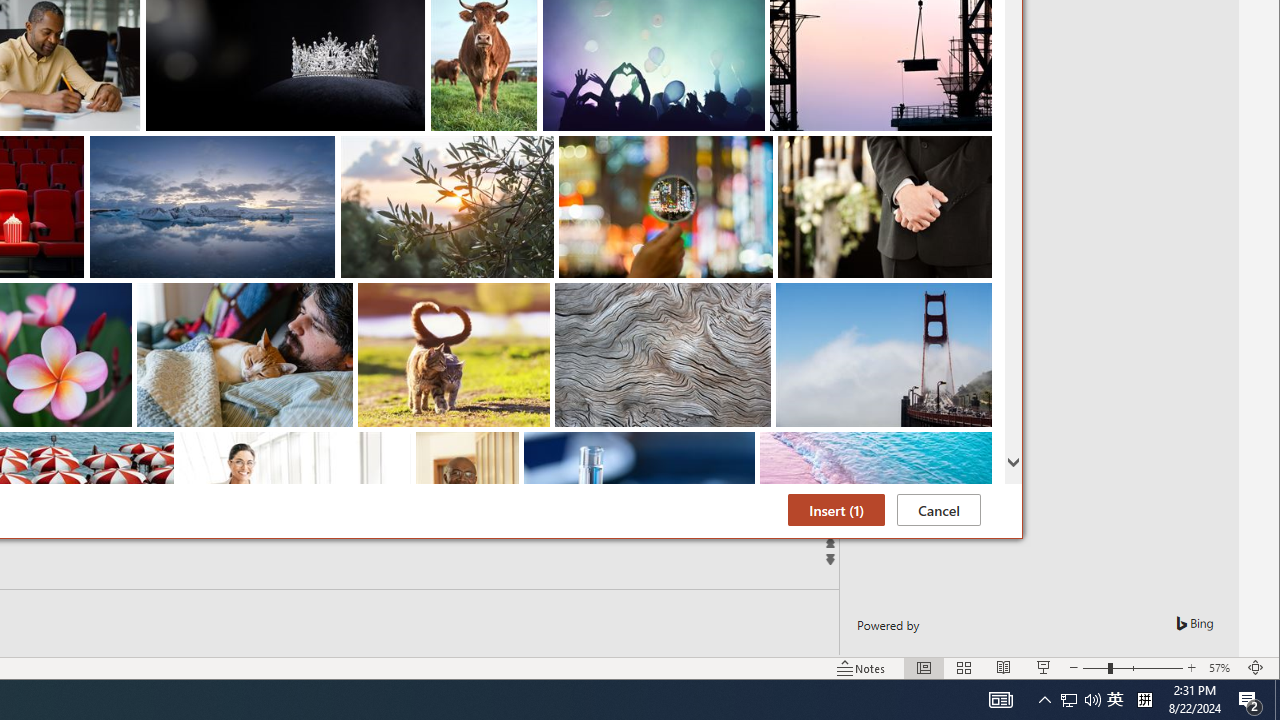 The height and width of the screenshot is (720, 1280). Describe the element at coordinates (1221, 668) in the screenshot. I see `'Zoom 57%'` at that location.